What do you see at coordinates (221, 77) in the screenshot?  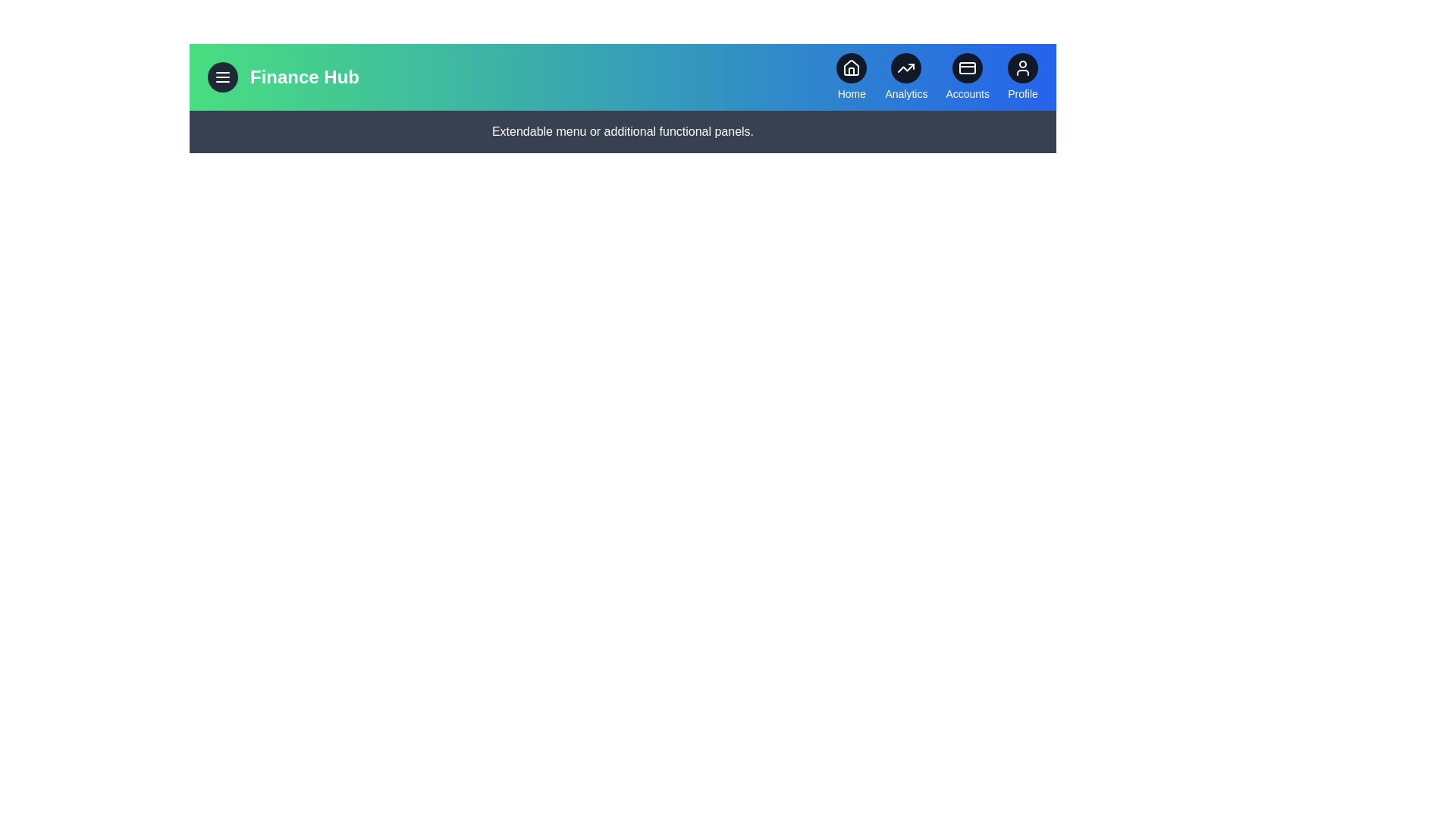 I see `the menu button to toggle the visibility of the menu panel` at bounding box center [221, 77].